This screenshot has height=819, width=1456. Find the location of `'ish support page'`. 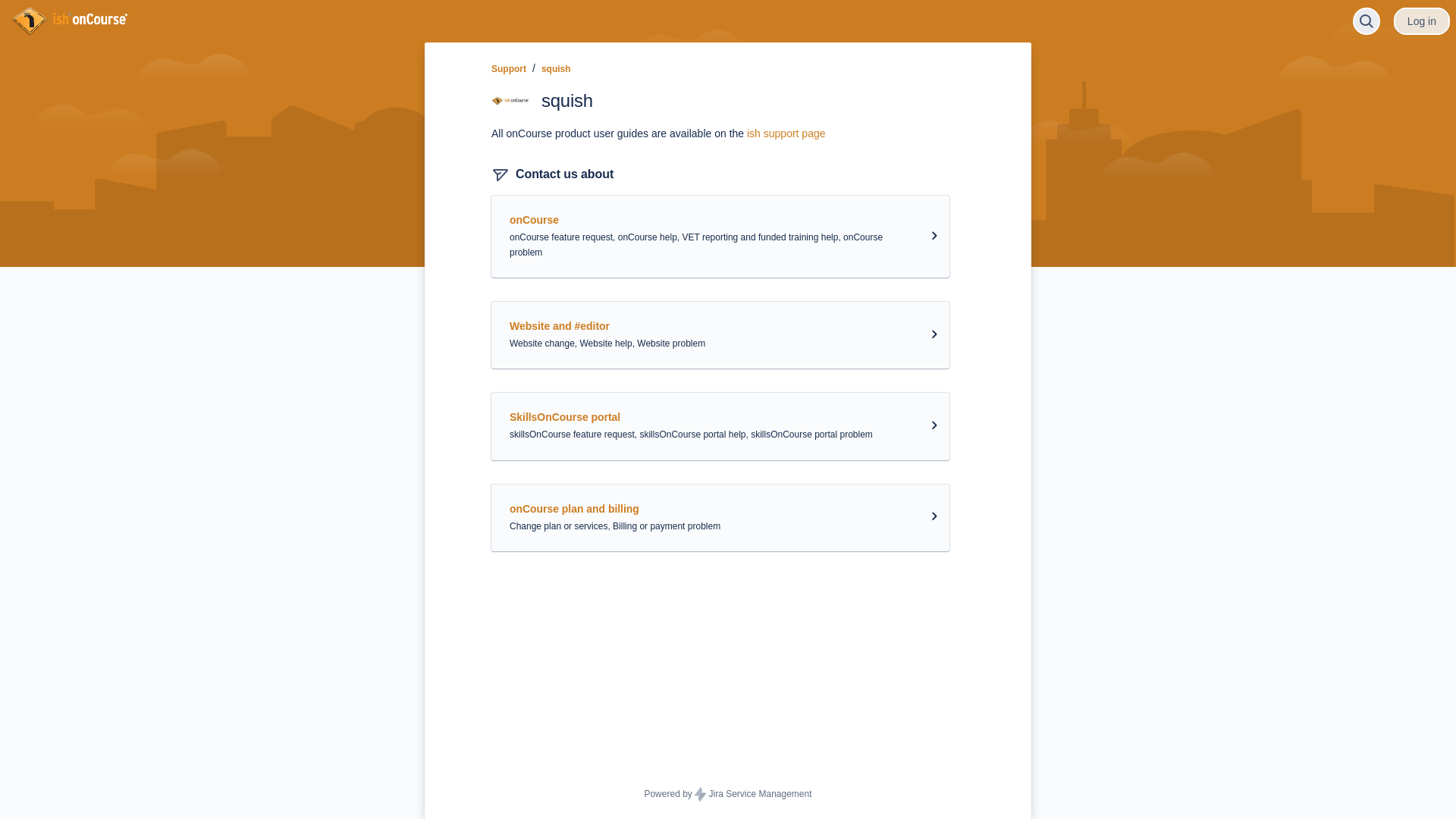

'ish support page' is located at coordinates (786, 133).